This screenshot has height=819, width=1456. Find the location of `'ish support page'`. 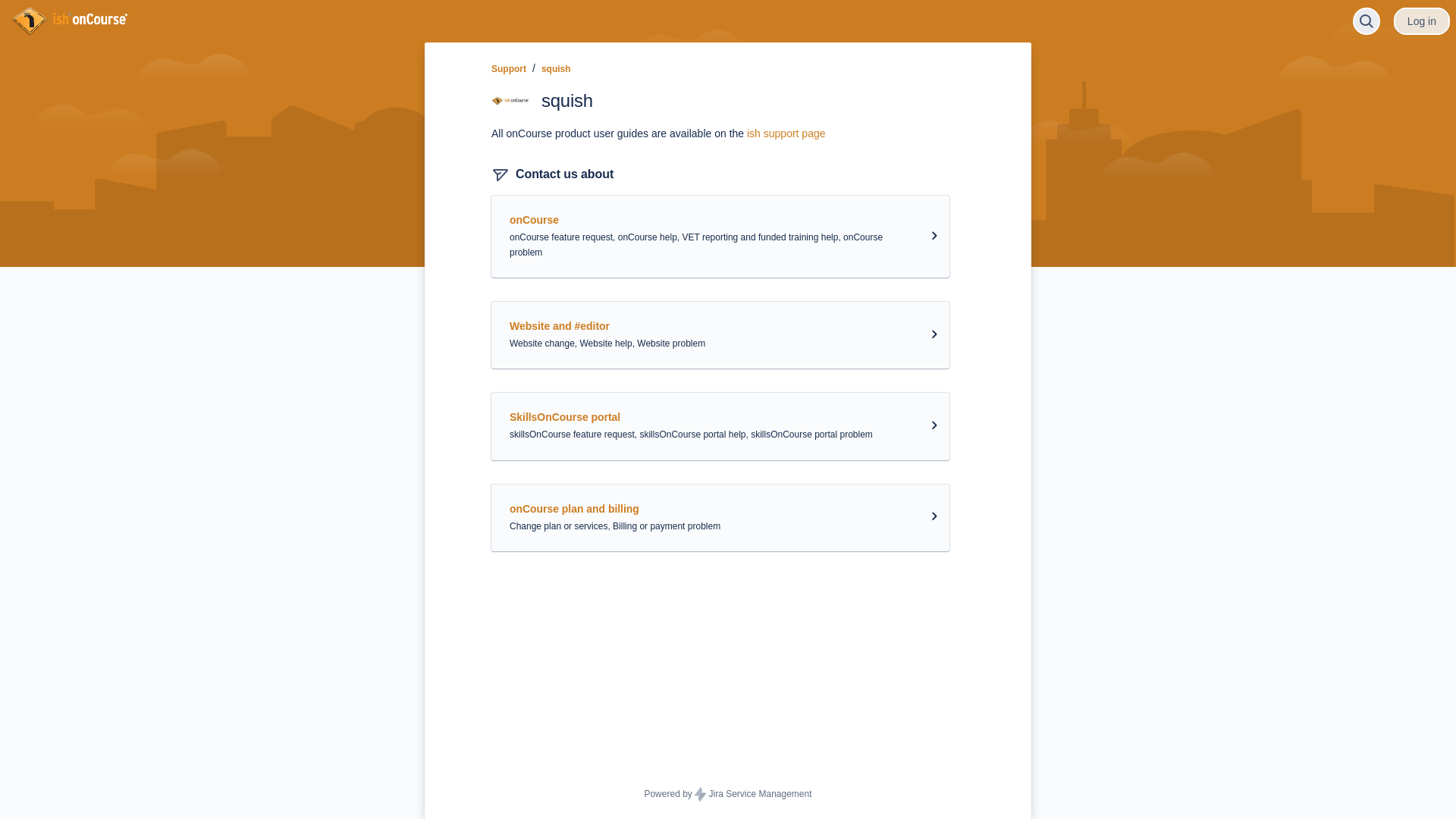

'ish support page' is located at coordinates (786, 133).